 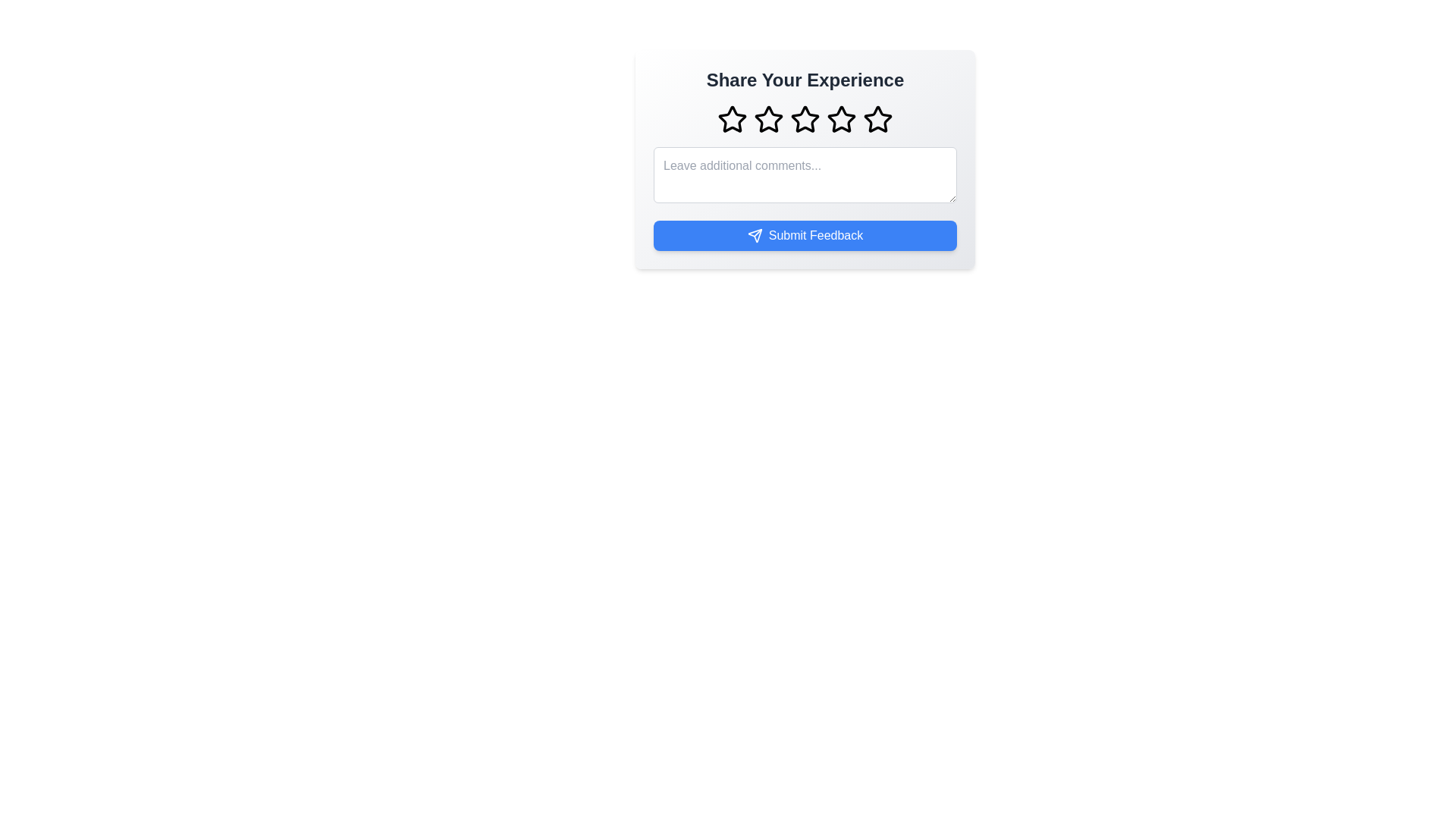 What do you see at coordinates (840, 118) in the screenshot?
I see `the fourth star icon in the five-point rating system located centrally below the title text 'Share Your Experience'` at bounding box center [840, 118].